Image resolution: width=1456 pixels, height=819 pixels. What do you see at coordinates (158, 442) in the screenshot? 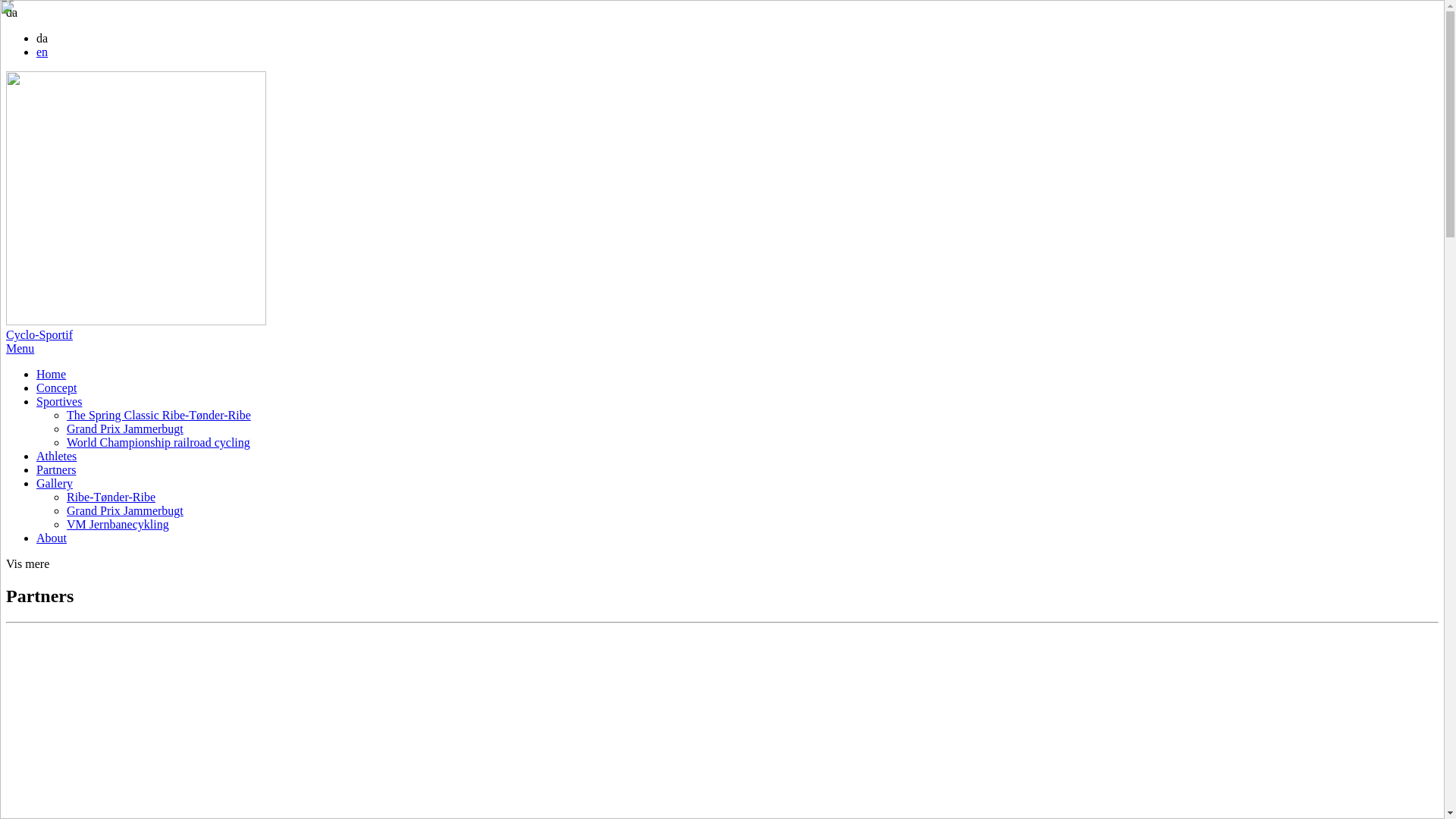
I see `'World Championship railroad cycling'` at bounding box center [158, 442].